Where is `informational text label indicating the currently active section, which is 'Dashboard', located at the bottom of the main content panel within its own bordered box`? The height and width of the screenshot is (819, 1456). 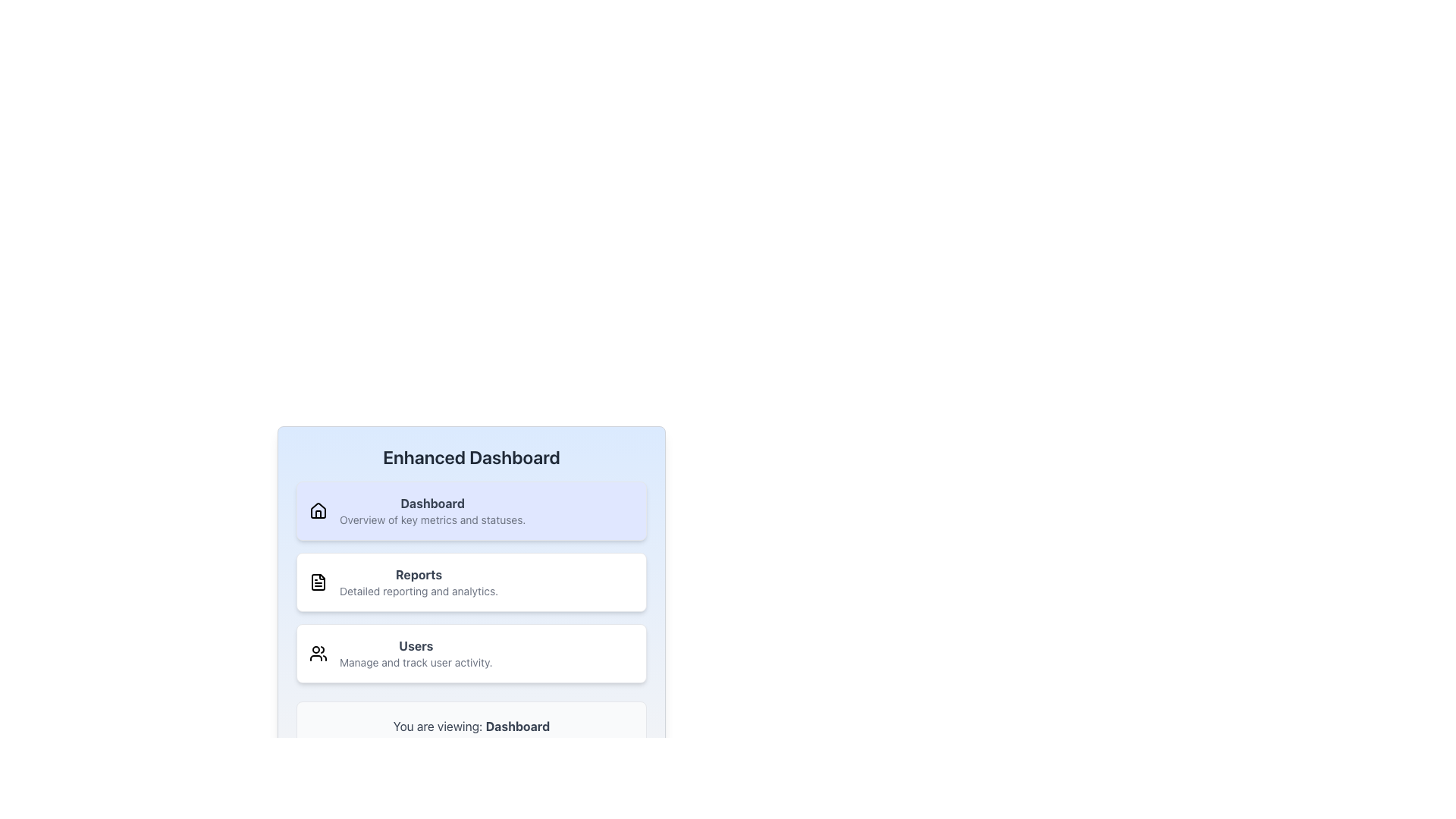
informational text label indicating the currently active section, which is 'Dashboard', located at the bottom of the main content panel within its own bordered box is located at coordinates (471, 725).